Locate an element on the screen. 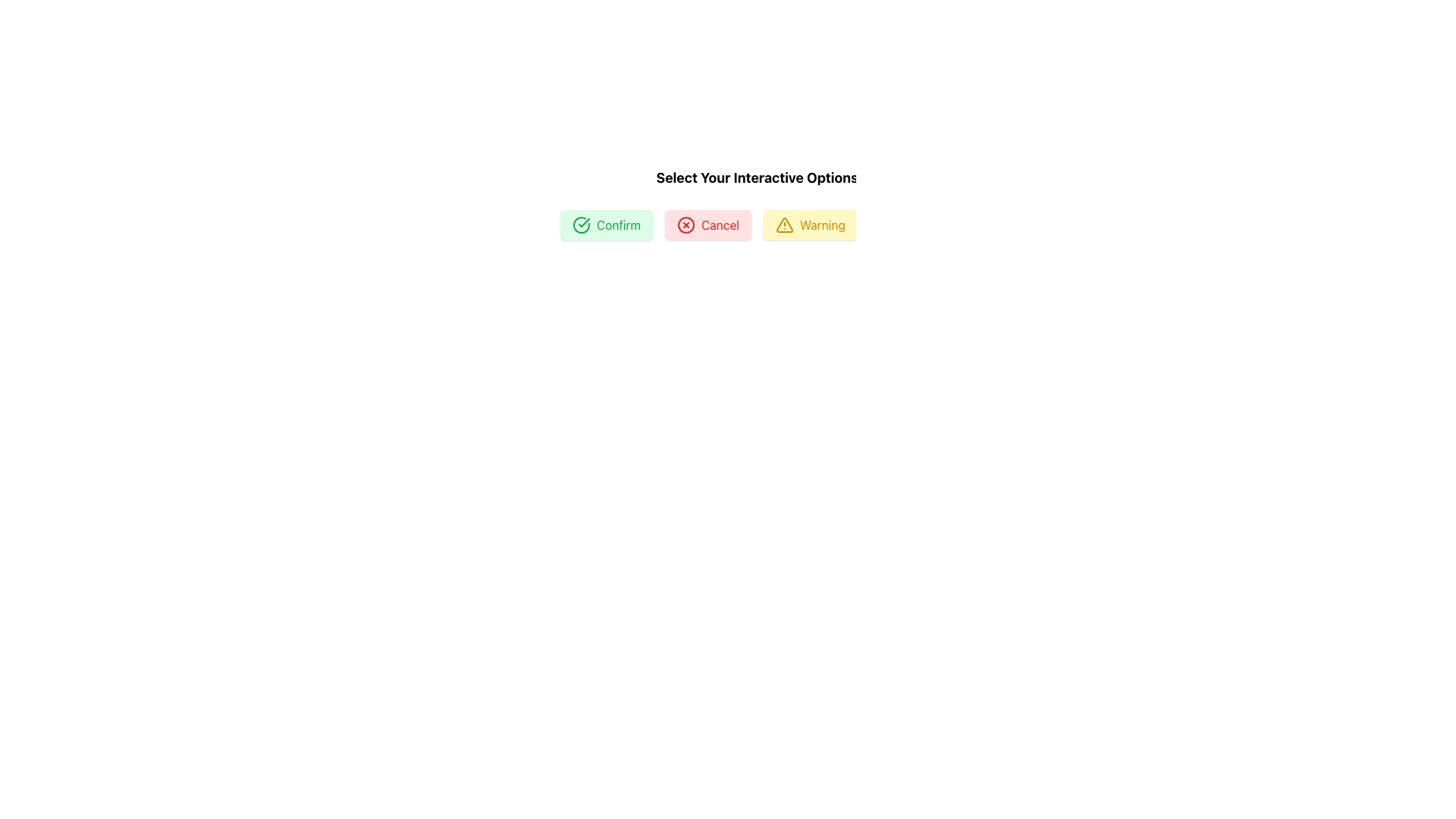  the red circular icon with an 'X' symbol inside, which is part of the 'Cancel' button grouping, located to the left of the 'Cancel' label is located at coordinates (685, 225).